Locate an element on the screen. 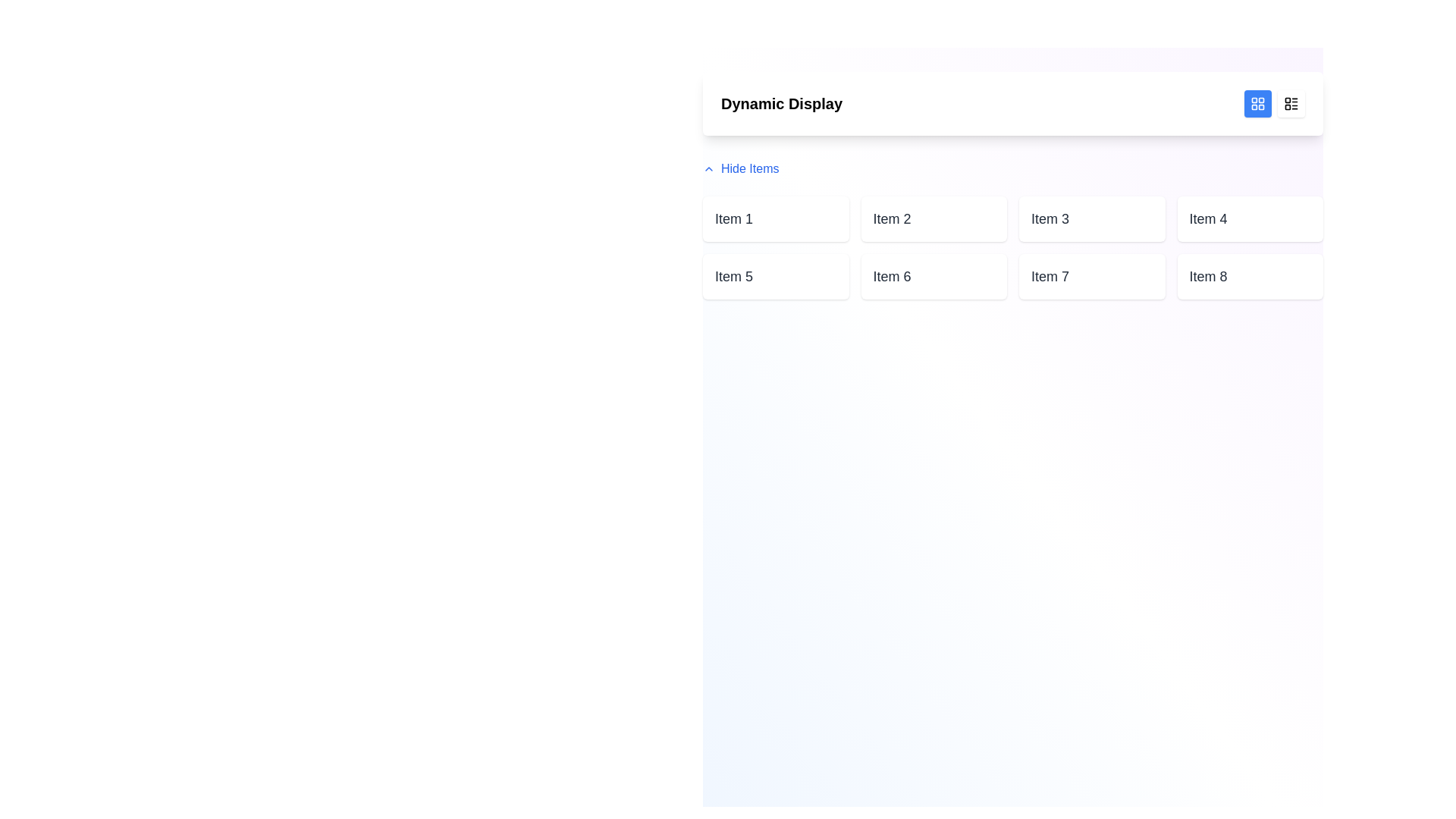 The width and height of the screenshot is (1456, 819). the rounded button with a list layout icon located in the top-right corner of the interface is located at coordinates (1291, 103).